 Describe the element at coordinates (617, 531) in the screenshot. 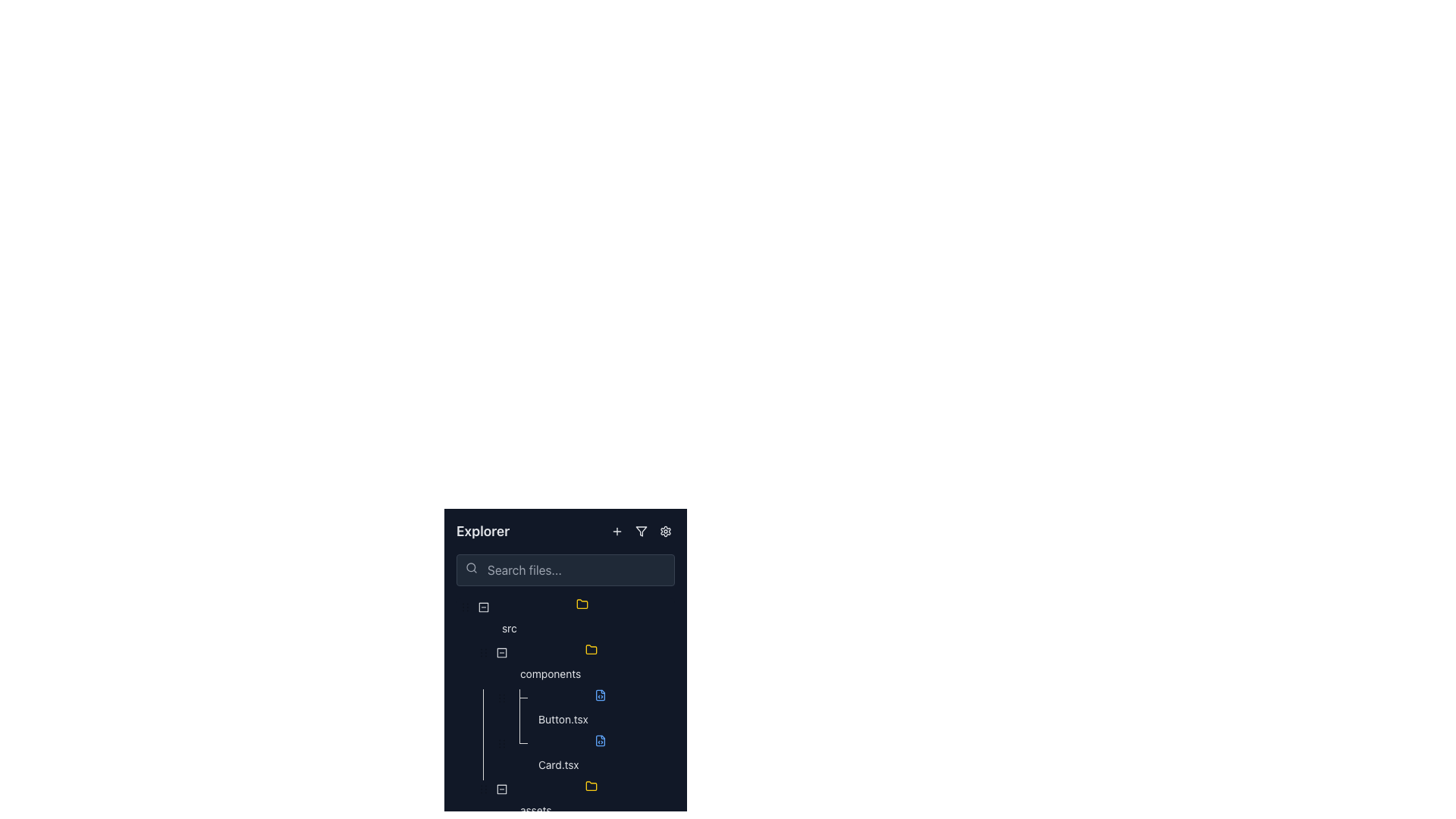

I see `the leftmost button with an icon in the top-right corner of the 'Explorer' panel to change its background color` at that location.